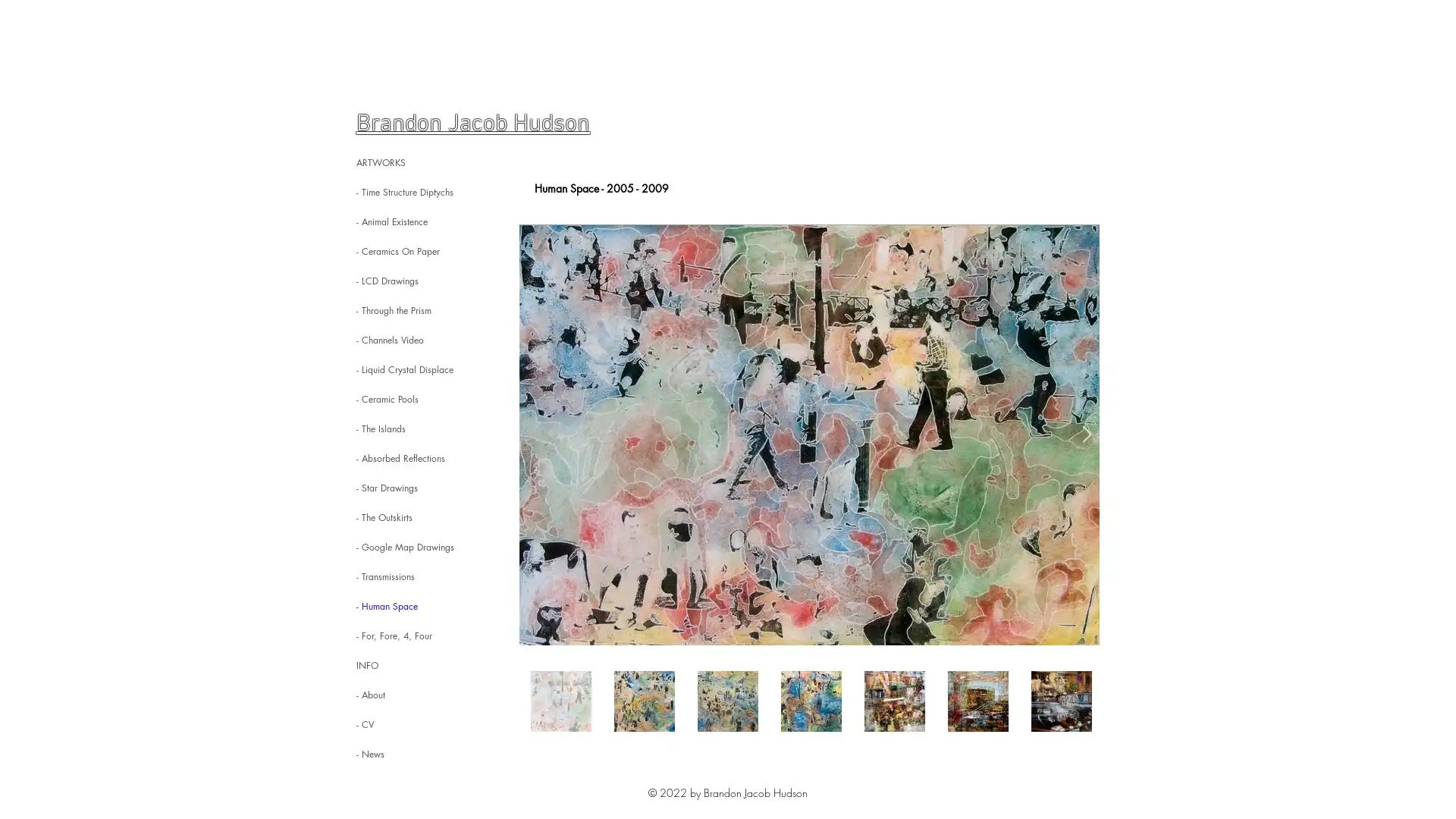 The height and width of the screenshot is (819, 1456). Describe the element at coordinates (1086, 435) in the screenshot. I see `Next Item` at that location.